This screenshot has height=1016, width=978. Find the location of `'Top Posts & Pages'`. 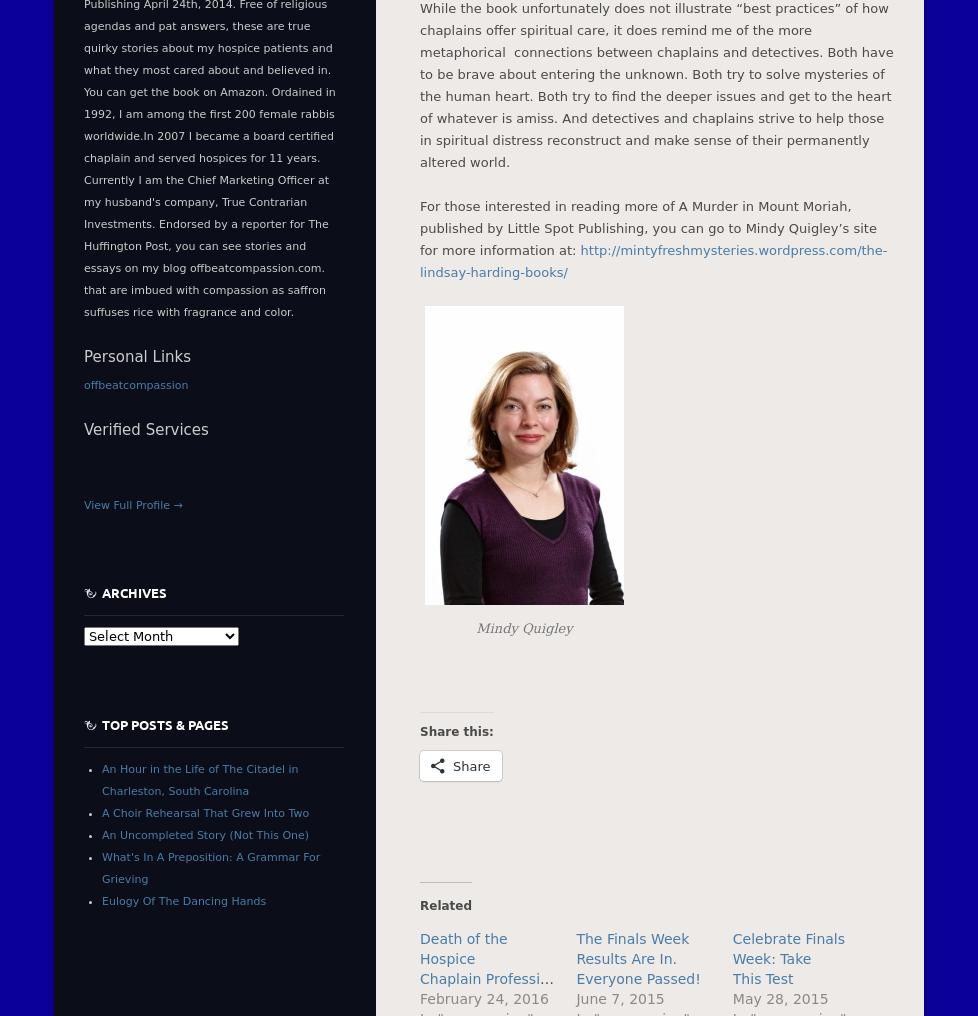

'Top Posts & Pages' is located at coordinates (165, 723).